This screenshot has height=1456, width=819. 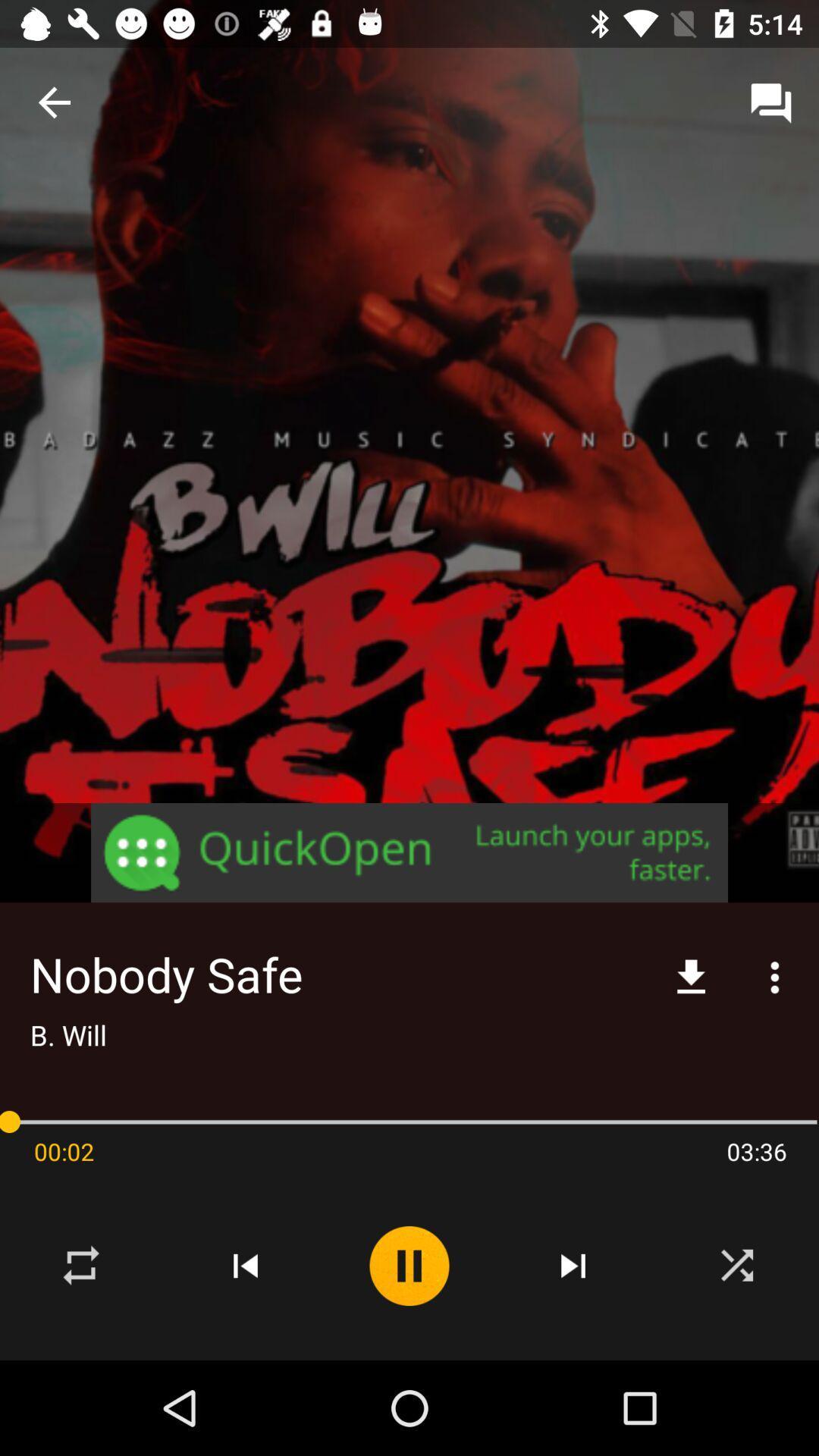 What do you see at coordinates (736, 1266) in the screenshot?
I see `the close icon` at bounding box center [736, 1266].